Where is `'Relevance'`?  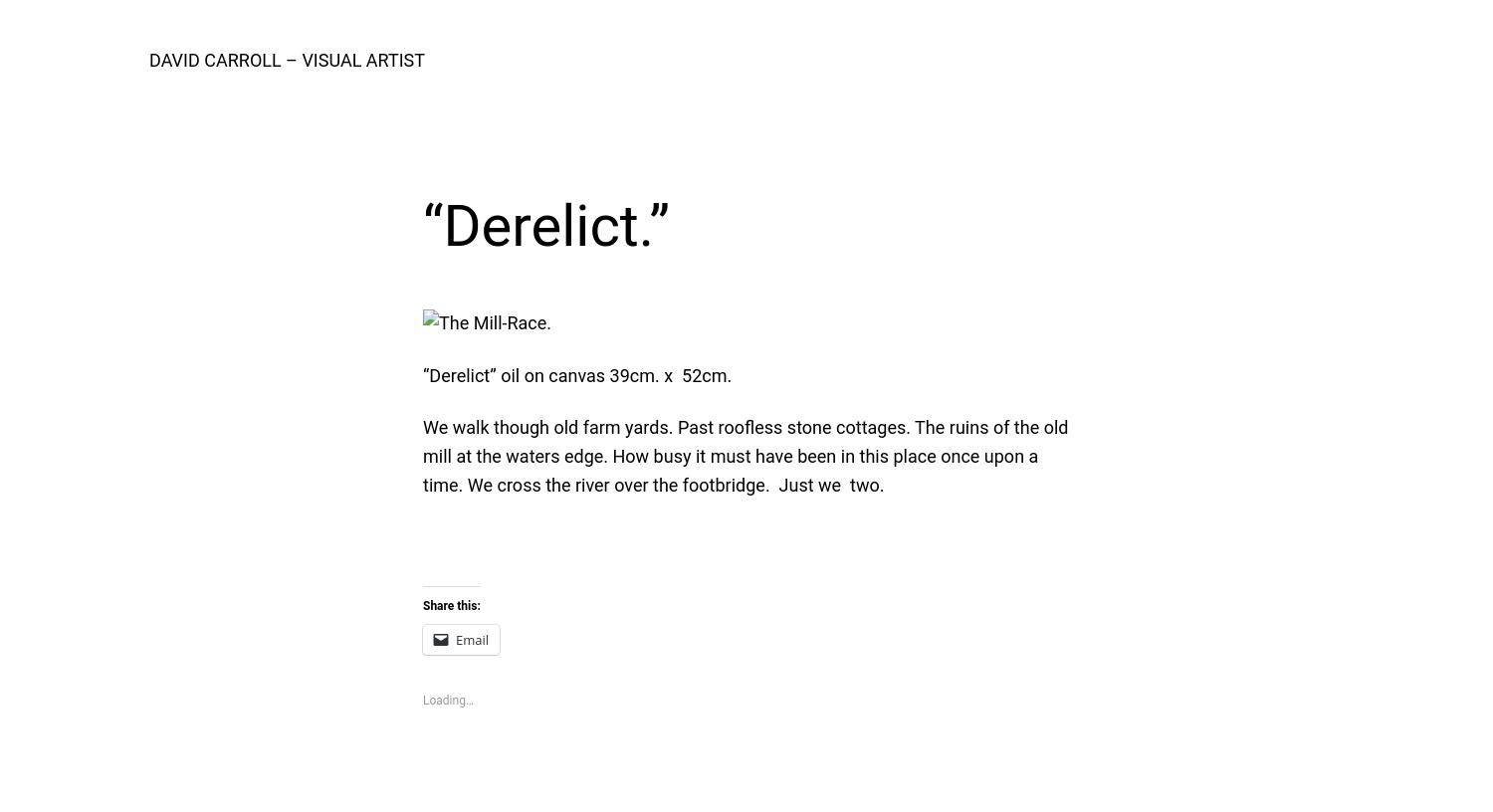
'Relevance' is located at coordinates (905, 131).